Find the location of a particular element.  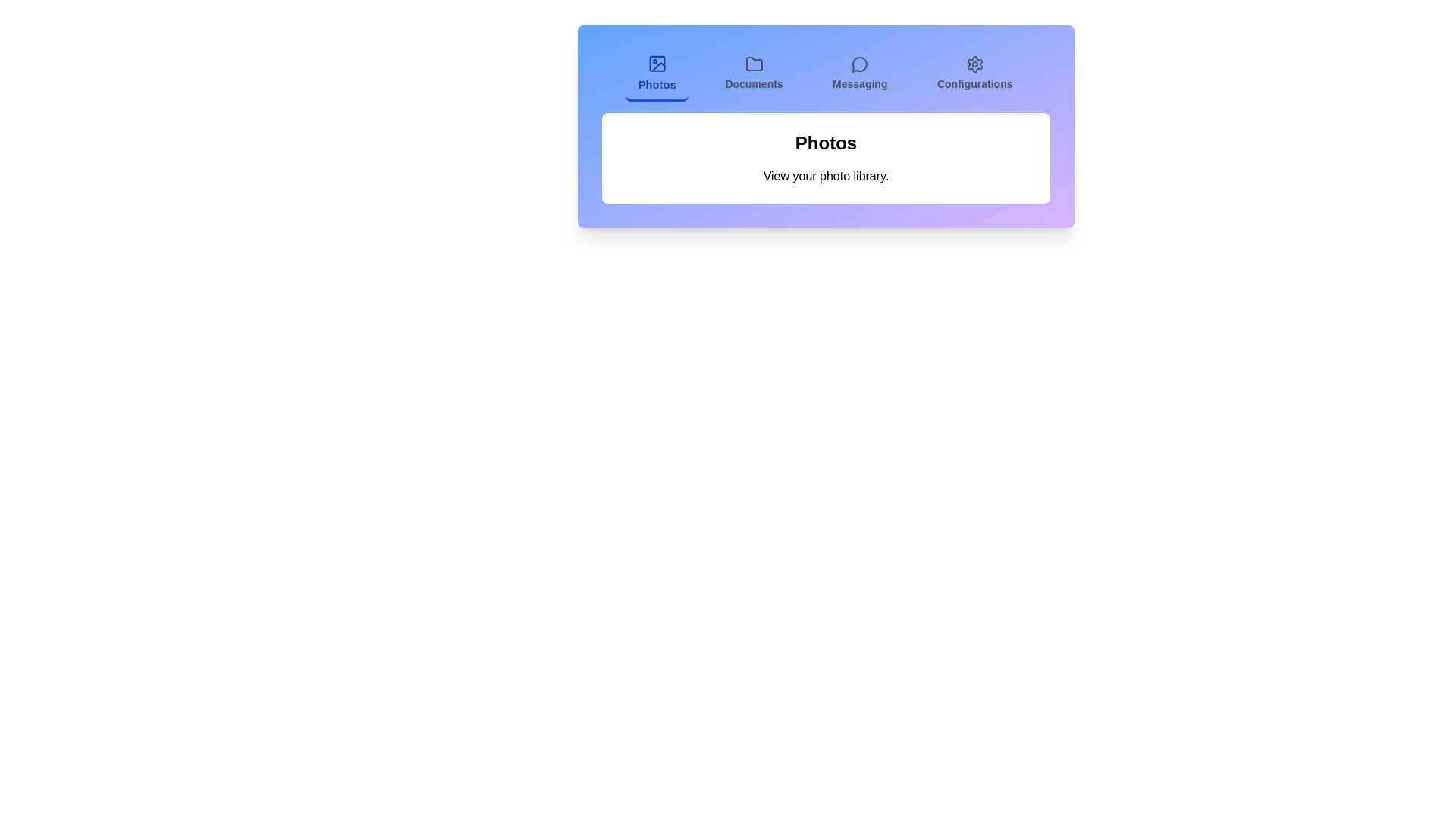

the tab labeled Photos to view its content is located at coordinates (657, 75).